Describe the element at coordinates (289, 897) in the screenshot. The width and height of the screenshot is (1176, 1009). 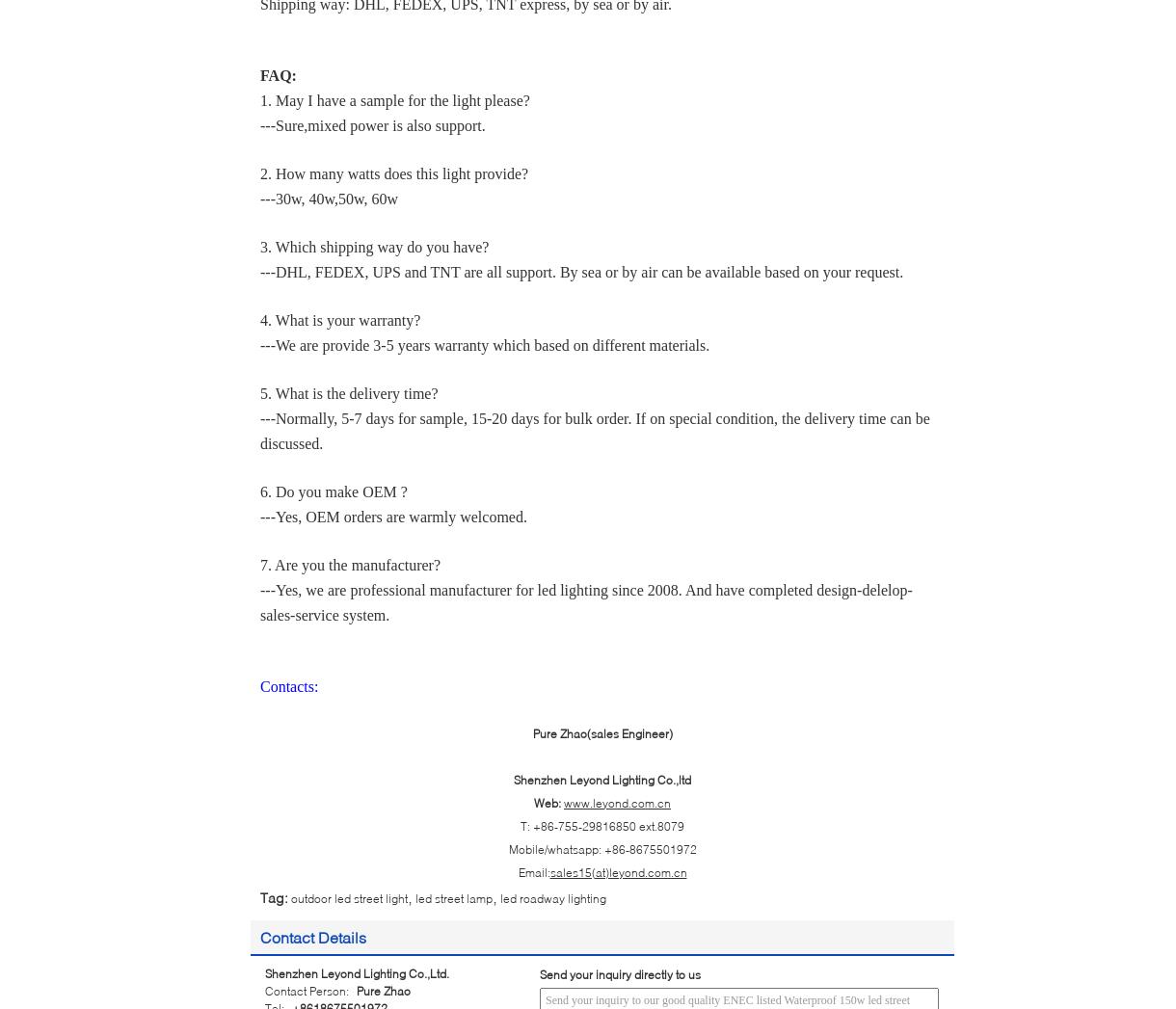
I see `'outdoor led street light'` at that location.